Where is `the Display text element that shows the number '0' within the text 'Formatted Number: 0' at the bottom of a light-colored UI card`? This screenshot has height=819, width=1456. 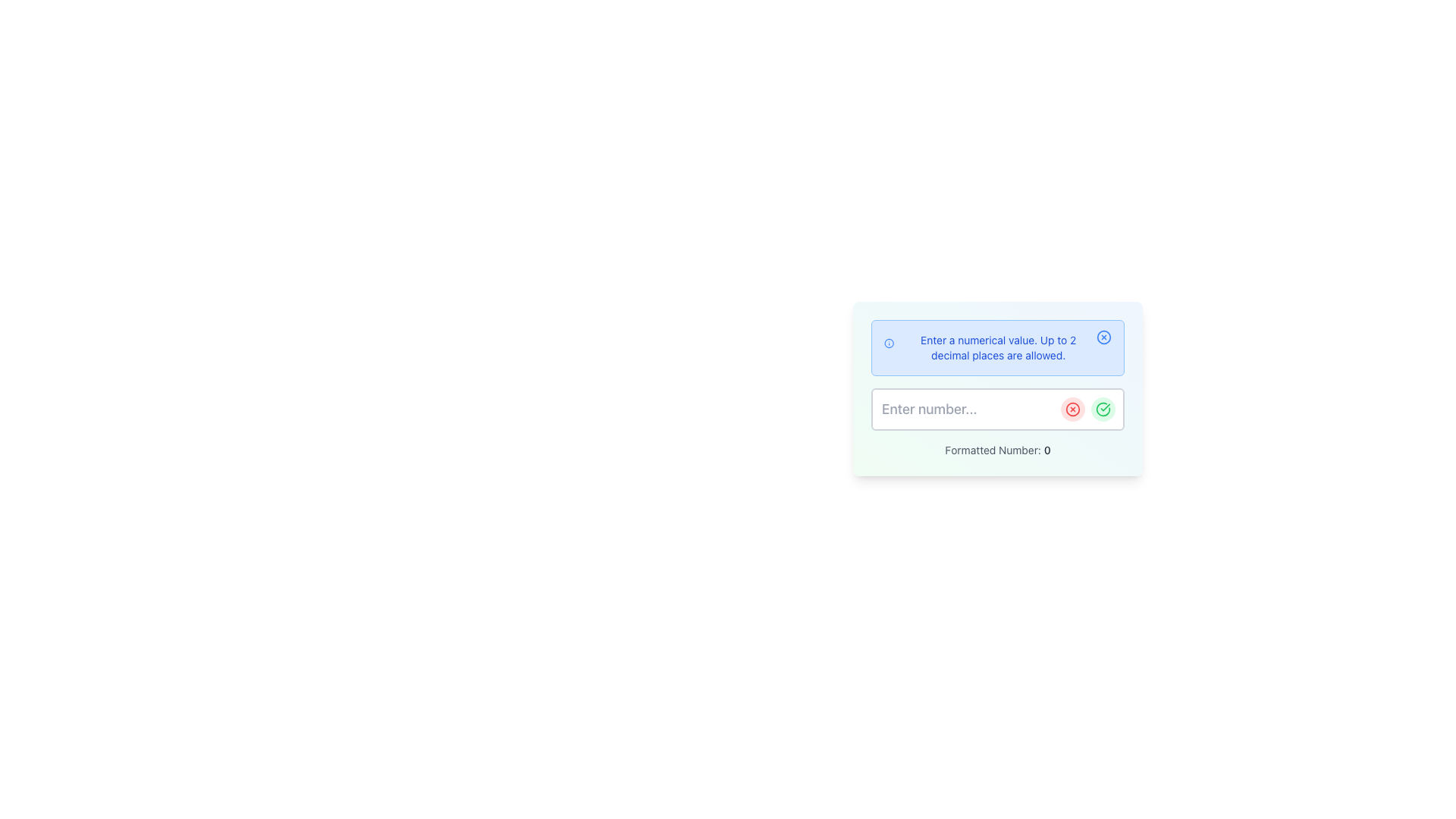 the Display text element that shows the number '0' within the text 'Formatted Number: 0' at the bottom of a light-colored UI card is located at coordinates (1046, 449).